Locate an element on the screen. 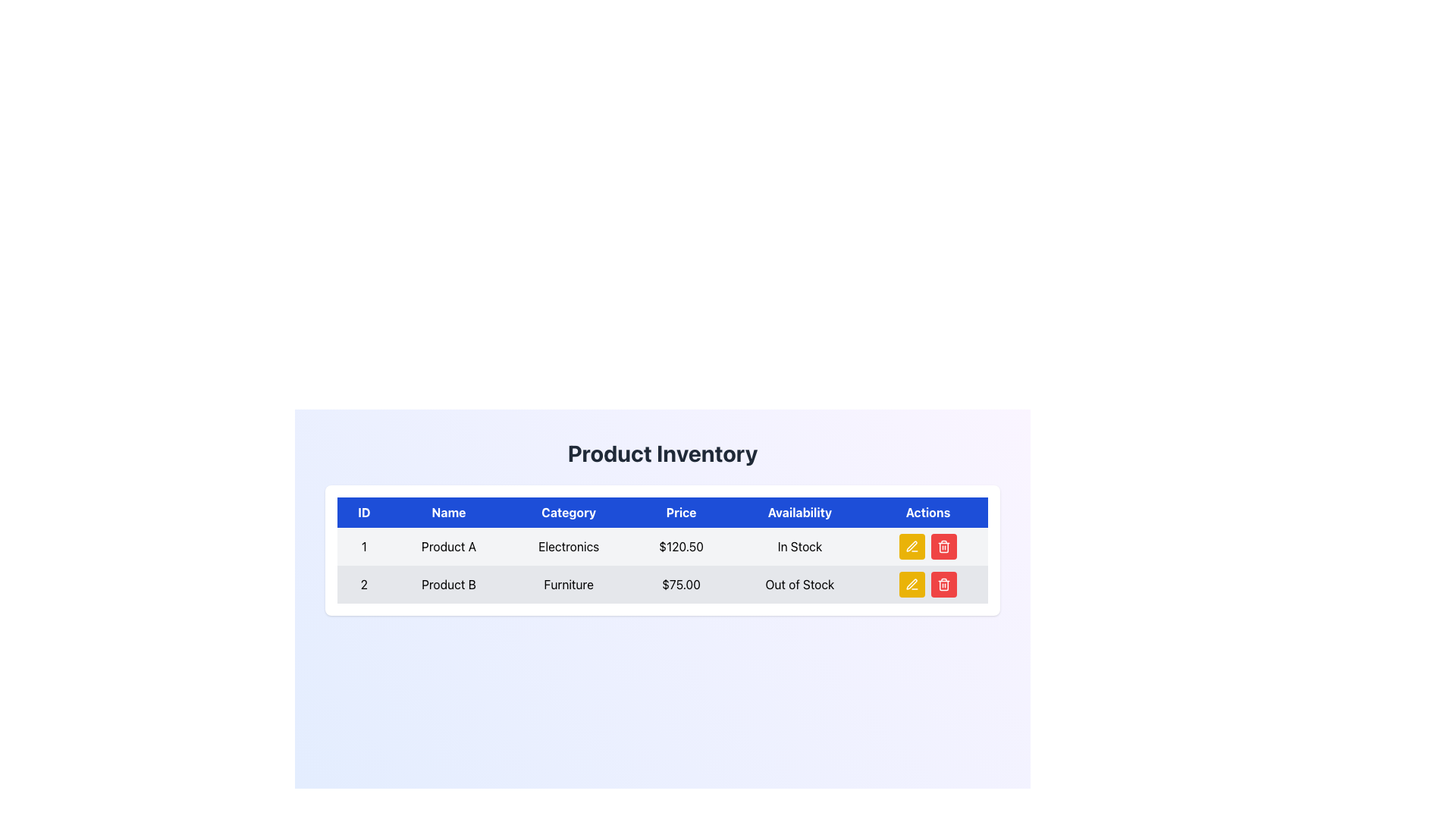 This screenshot has width=1456, height=819. the 'Availability' header label in the table, which is the fifth cell in the header row, located between 'Price' and 'Actions' is located at coordinates (799, 512).